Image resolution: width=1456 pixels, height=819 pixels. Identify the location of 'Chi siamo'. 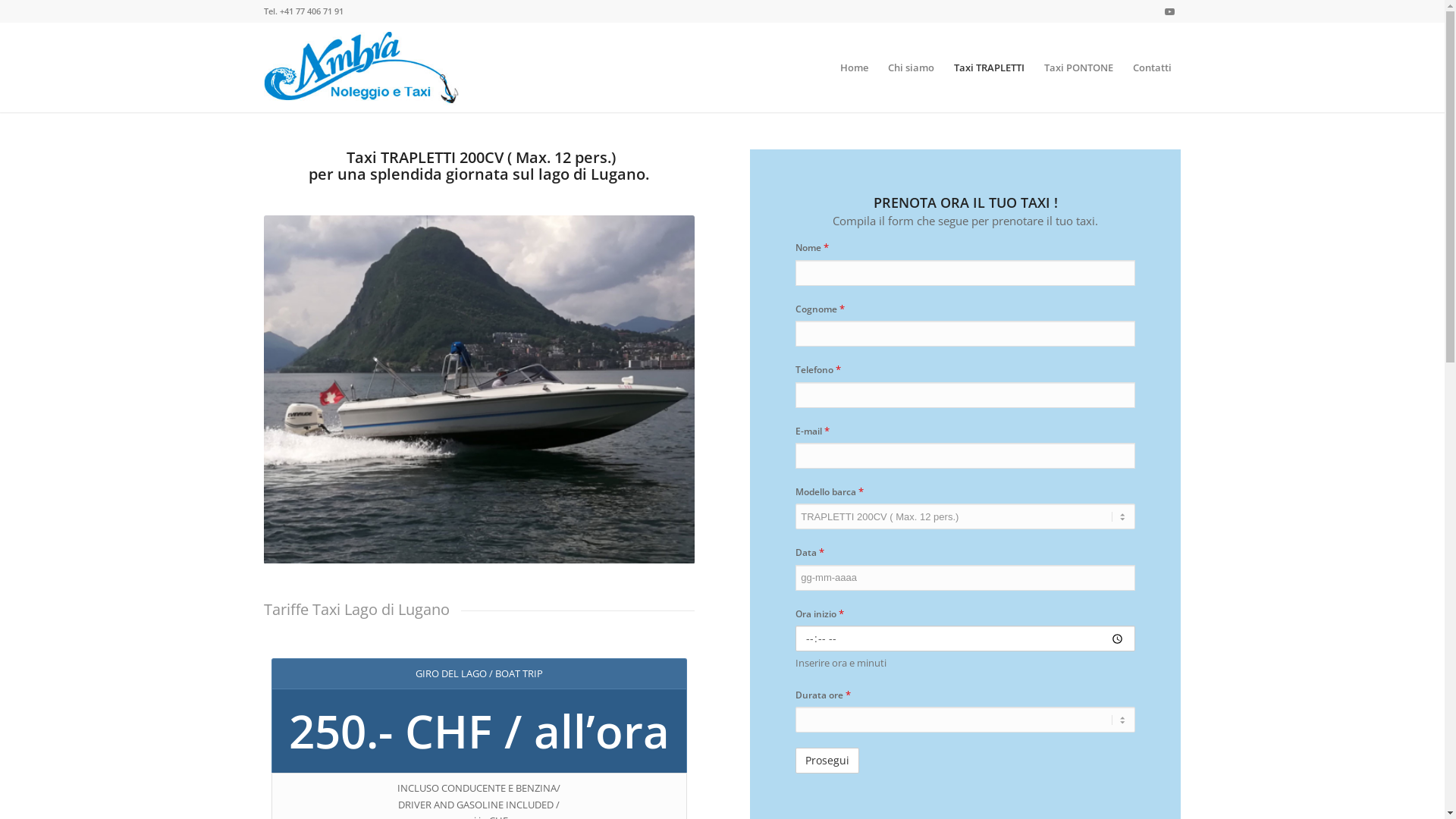
(910, 66).